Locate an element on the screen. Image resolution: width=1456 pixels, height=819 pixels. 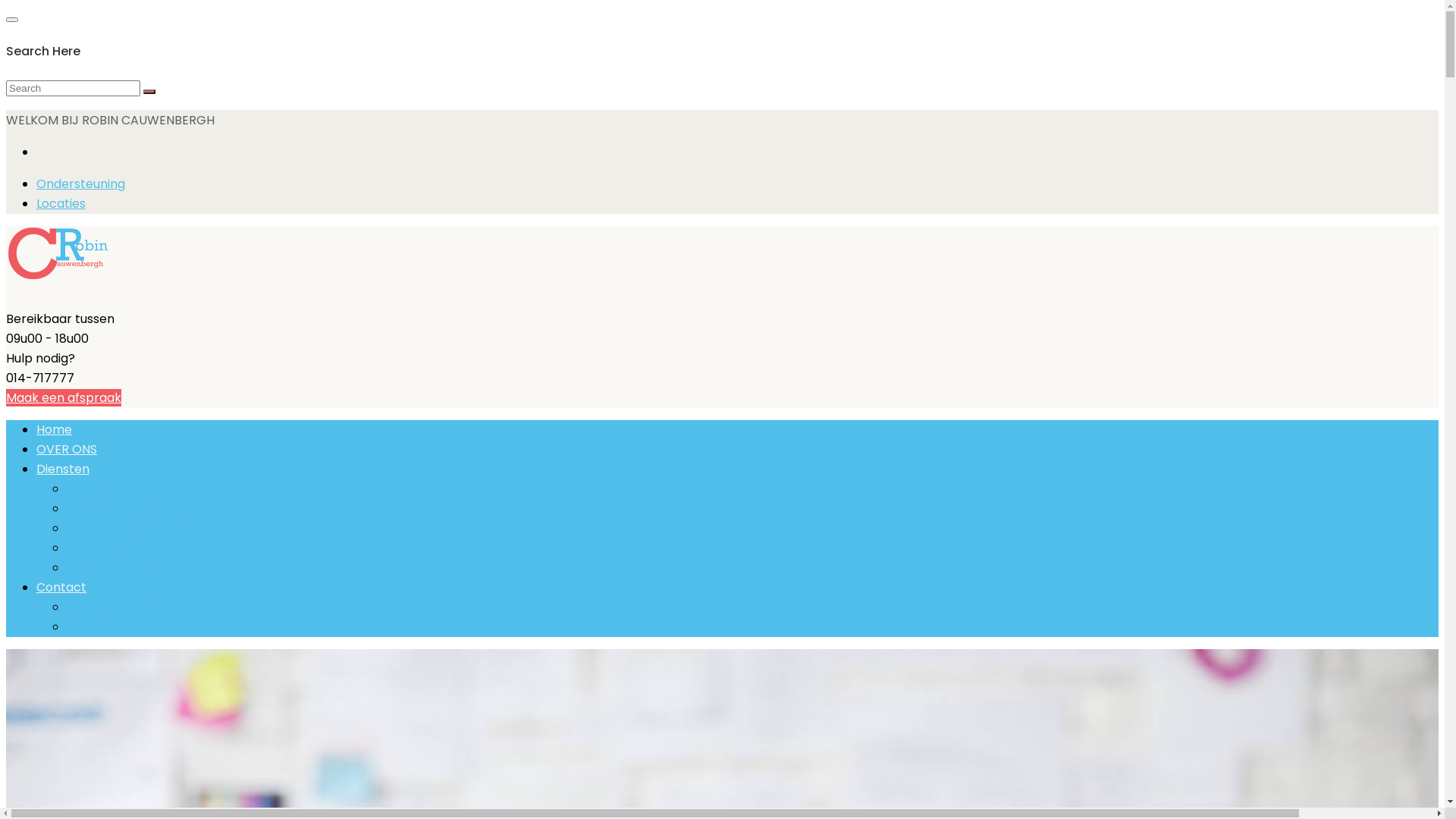
'Beveiliging' is located at coordinates (65, 548).